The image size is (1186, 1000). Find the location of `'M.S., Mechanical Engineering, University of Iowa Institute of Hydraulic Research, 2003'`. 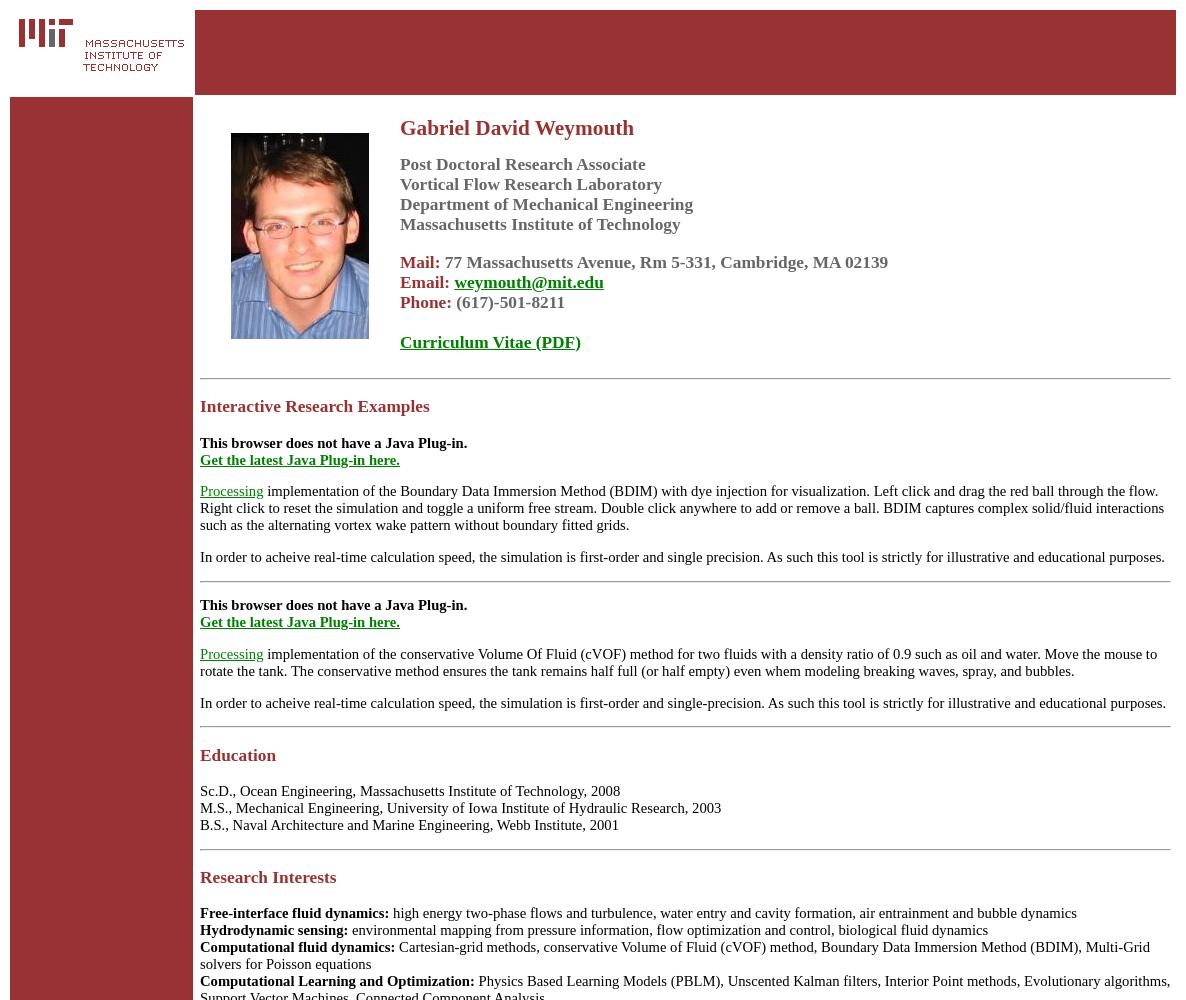

'M.S., Mechanical Engineering, University of Iowa Institute of Hydraulic Research, 2003' is located at coordinates (460, 807).